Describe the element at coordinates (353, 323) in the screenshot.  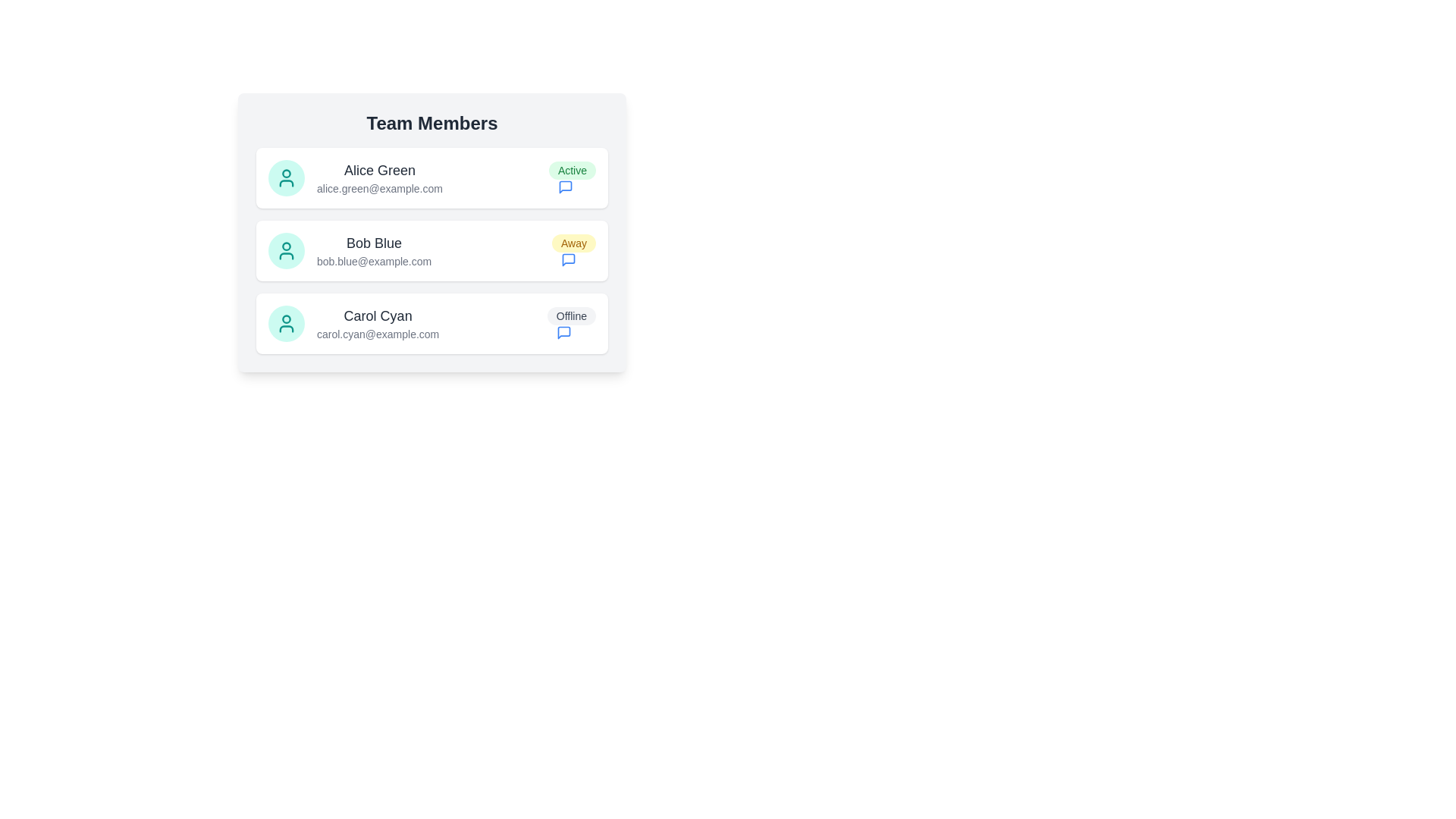
I see `the user entry for 'Carol Cyan'` at that location.